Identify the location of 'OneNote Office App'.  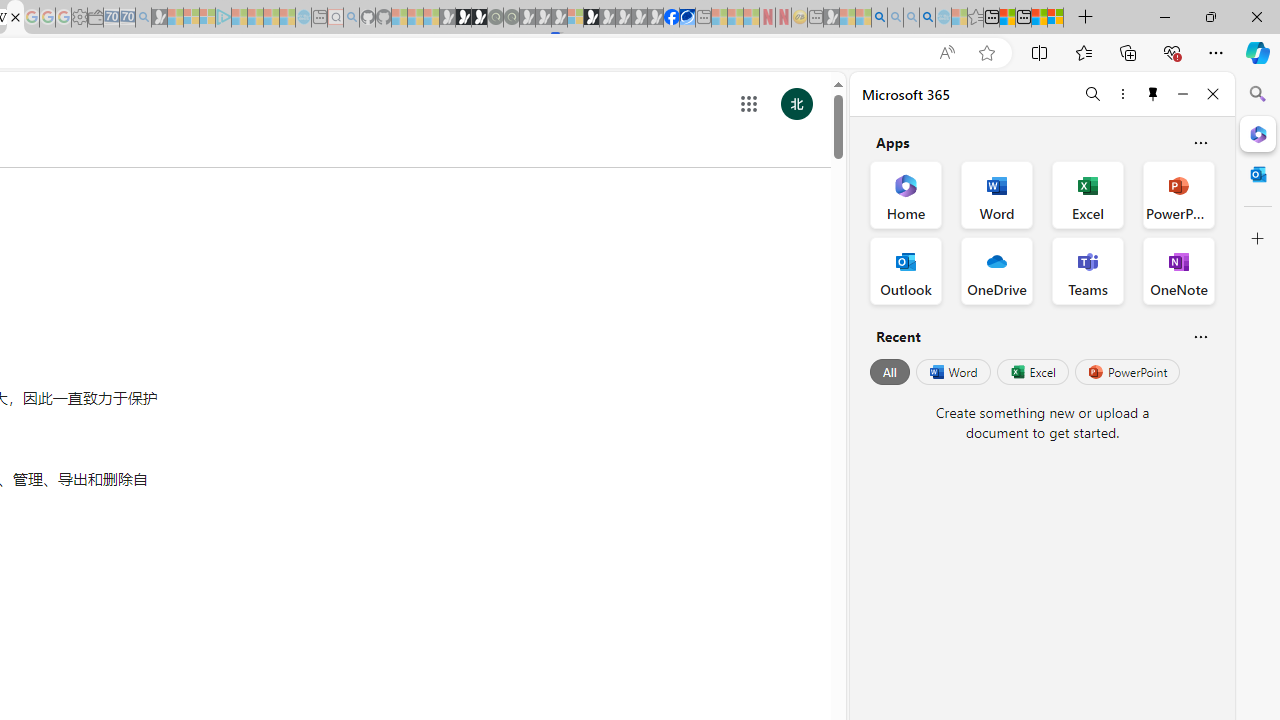
(1178, 271).